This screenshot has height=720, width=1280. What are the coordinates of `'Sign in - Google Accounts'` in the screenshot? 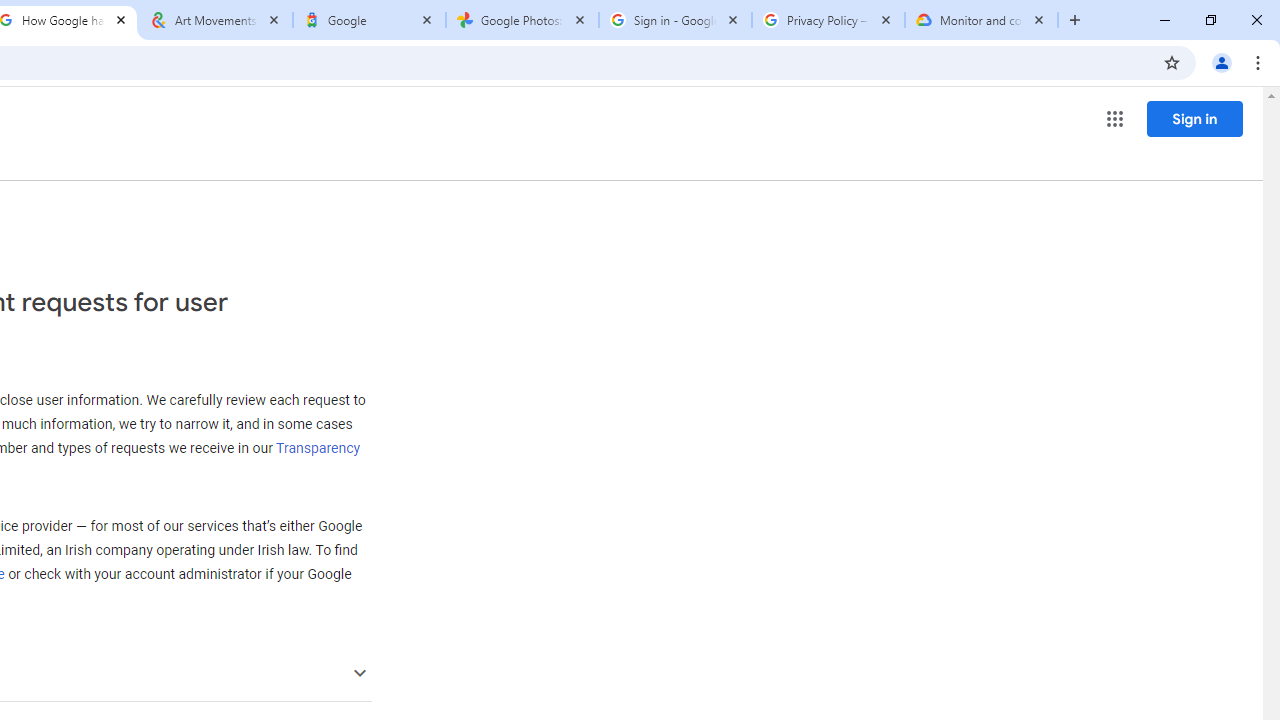 It's located at (675, 20).